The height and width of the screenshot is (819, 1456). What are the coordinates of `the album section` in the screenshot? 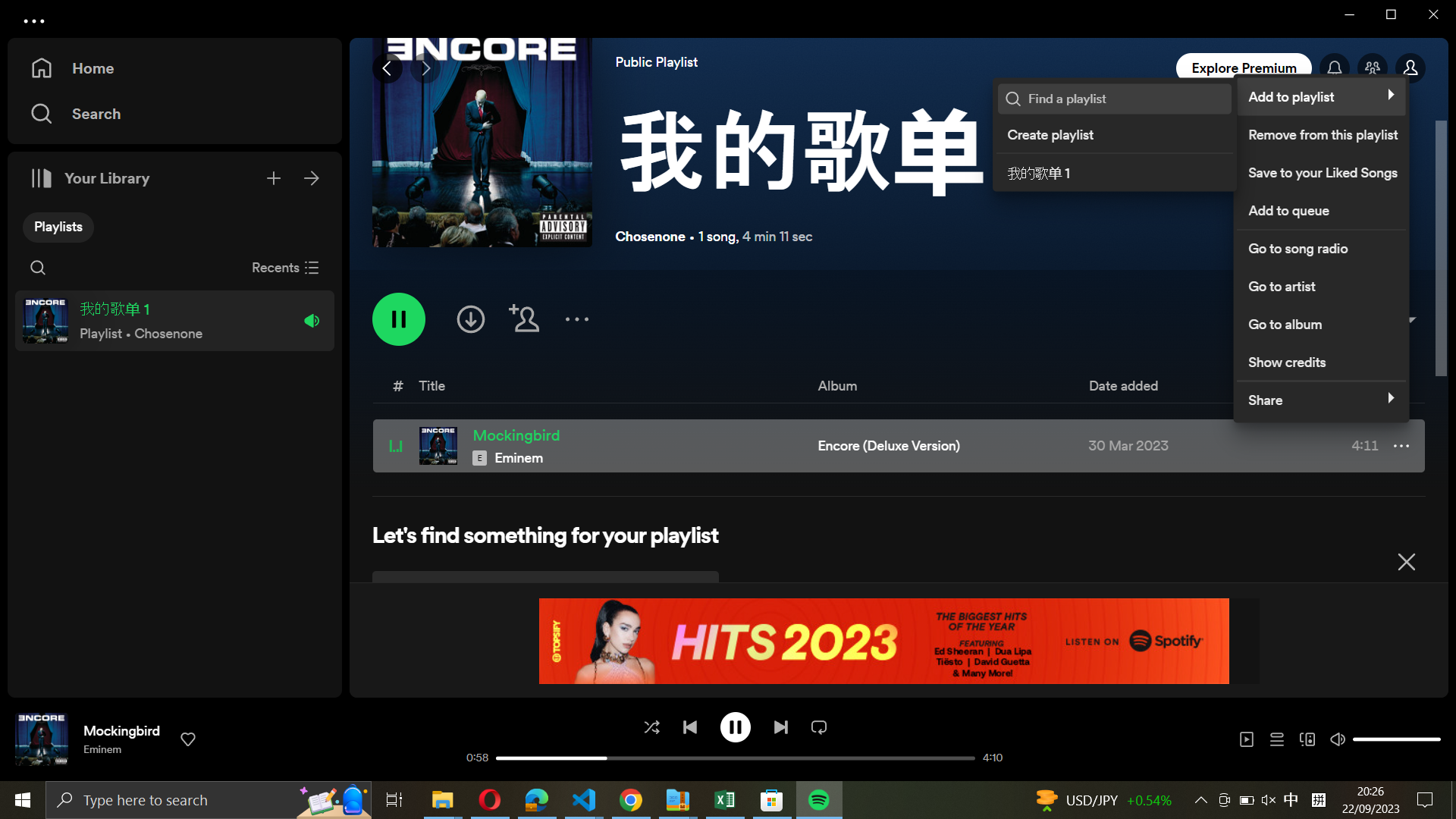 It's located at (1317, 320).